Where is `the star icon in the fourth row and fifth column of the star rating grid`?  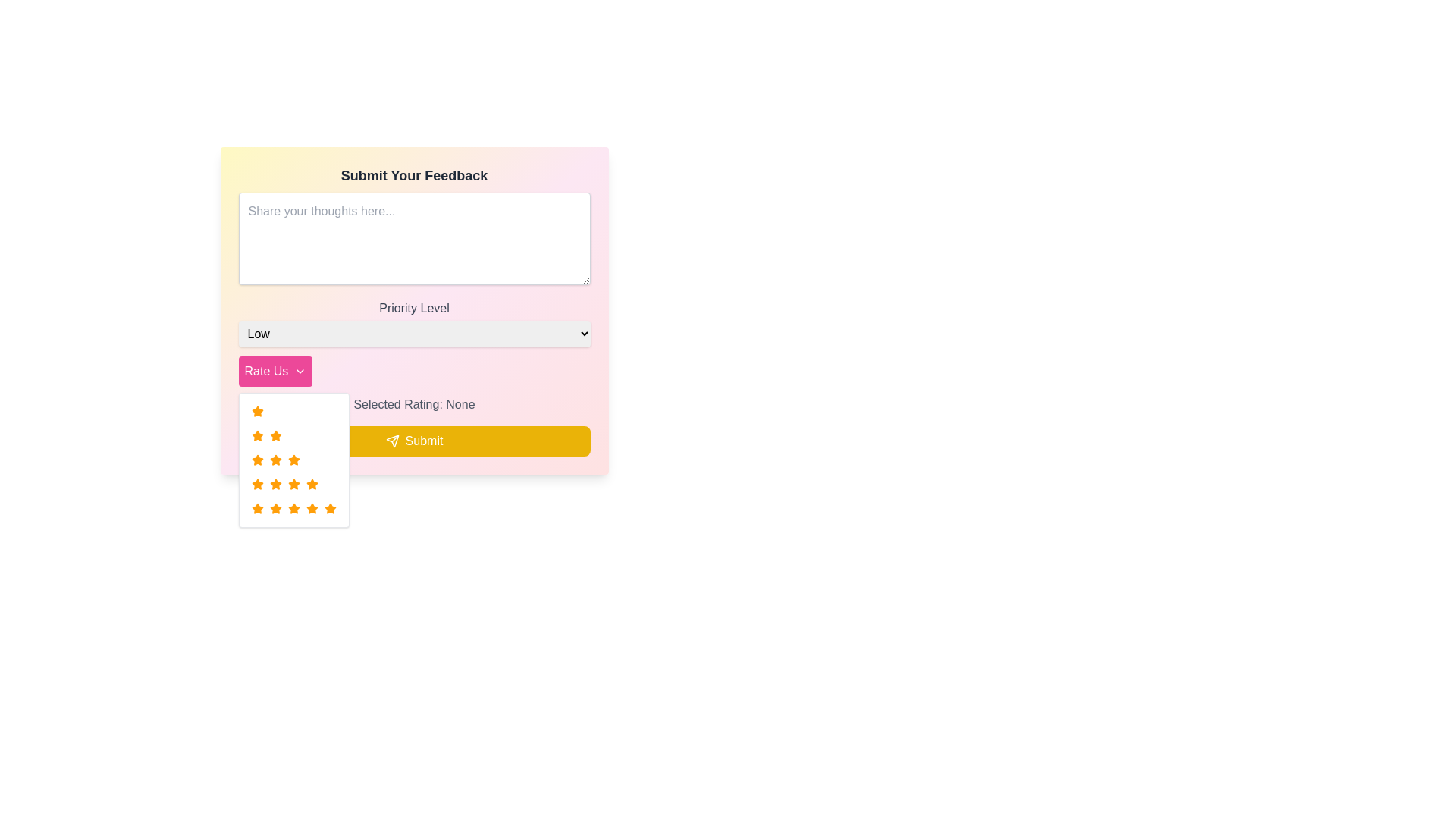
the star icon in the fourth row and fifth column of the star rating grid is located at coordinates (293, 508).